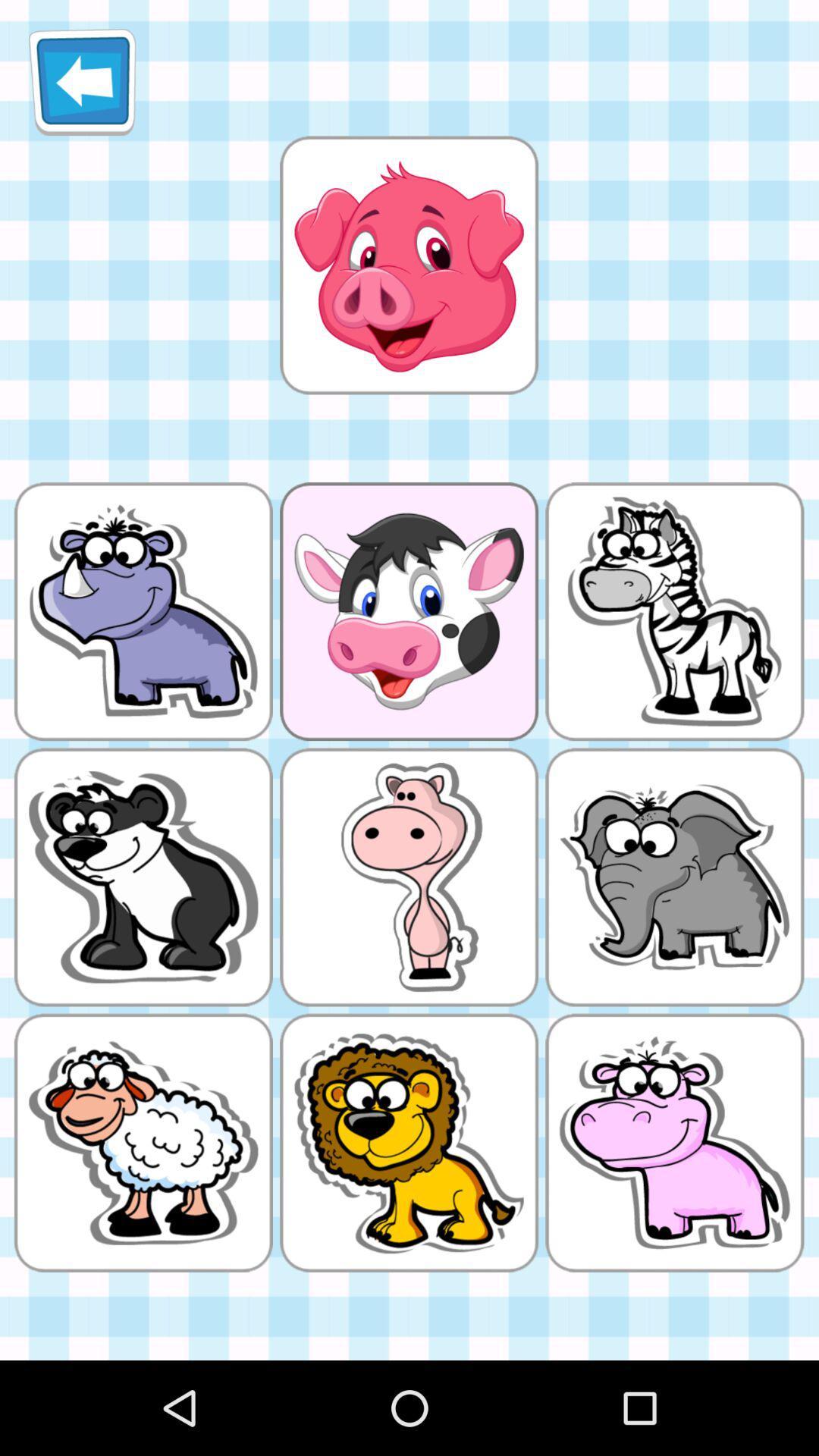 Image resolution: width=819 pixels, height=1456 pixels. What do you see at coordinates (82, 81) in the screenshot?
I see `return to previous screen` at bounding box center [82, 81].